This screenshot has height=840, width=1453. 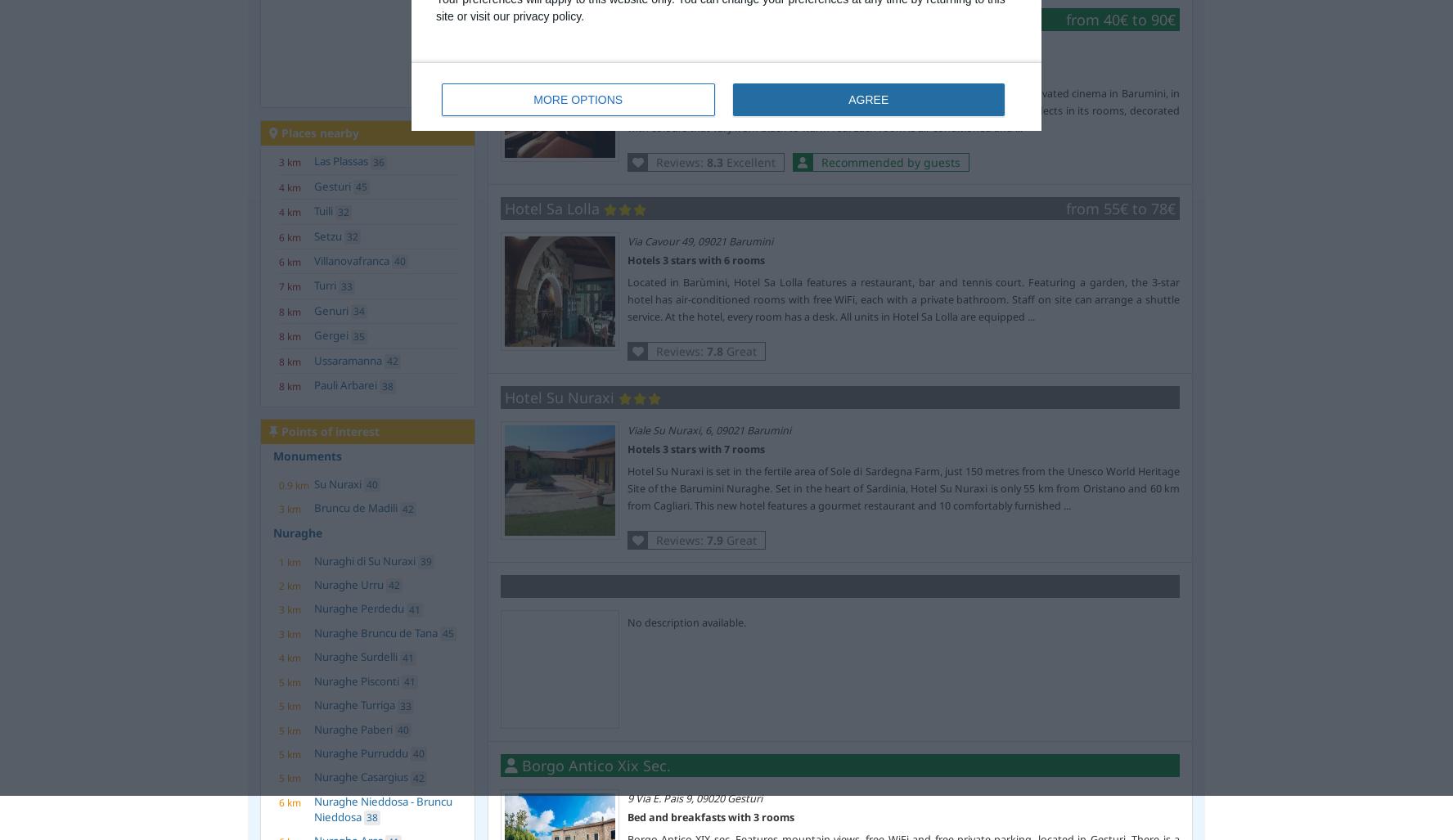 What do you see at coordinates (349, 583) in the screenshot?
I see `'Nuraghe Urru'` at bounding box center [349, 583].